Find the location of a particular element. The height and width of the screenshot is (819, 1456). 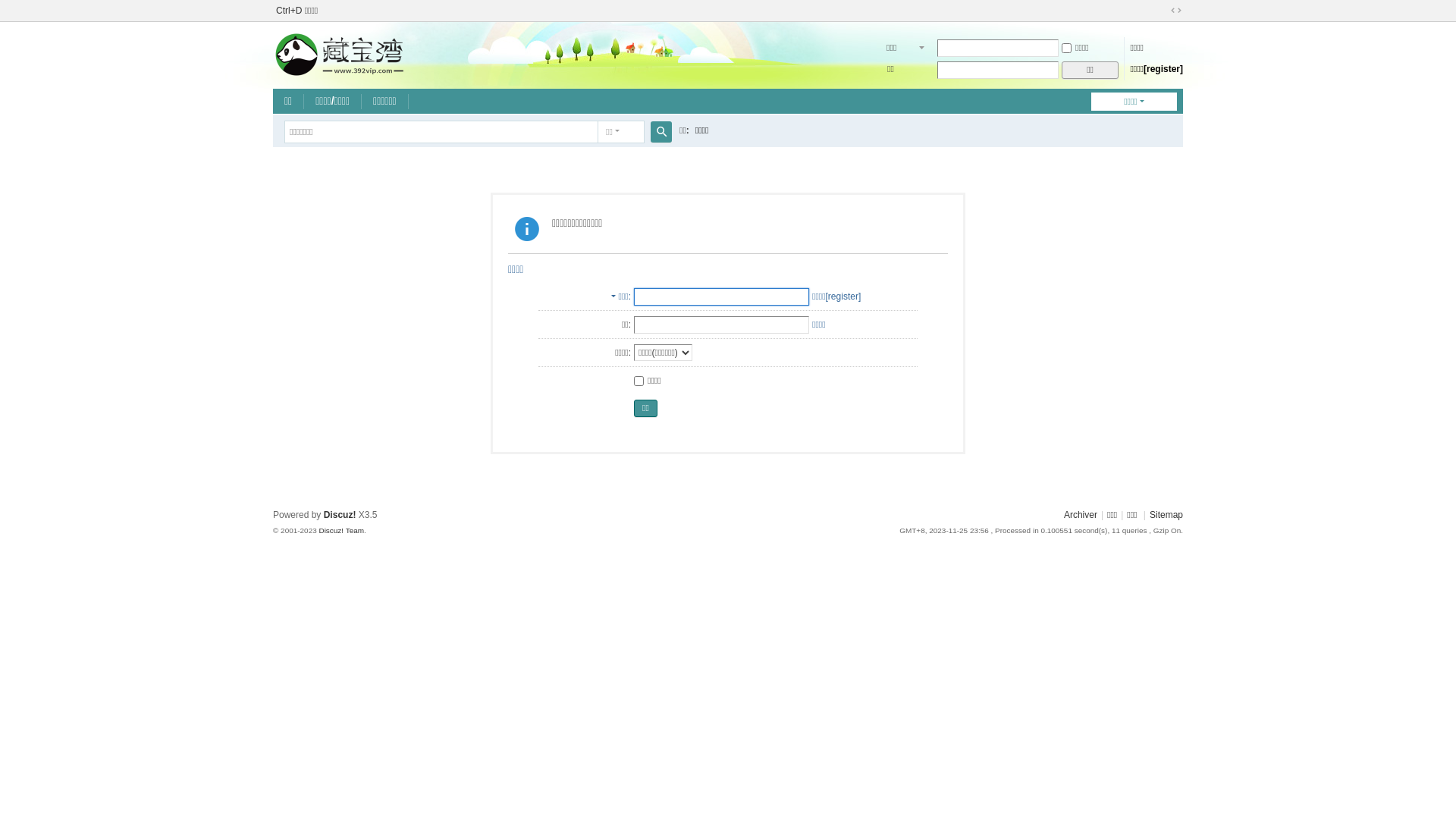

'Archiver' is located at coordinates (1080, 513).